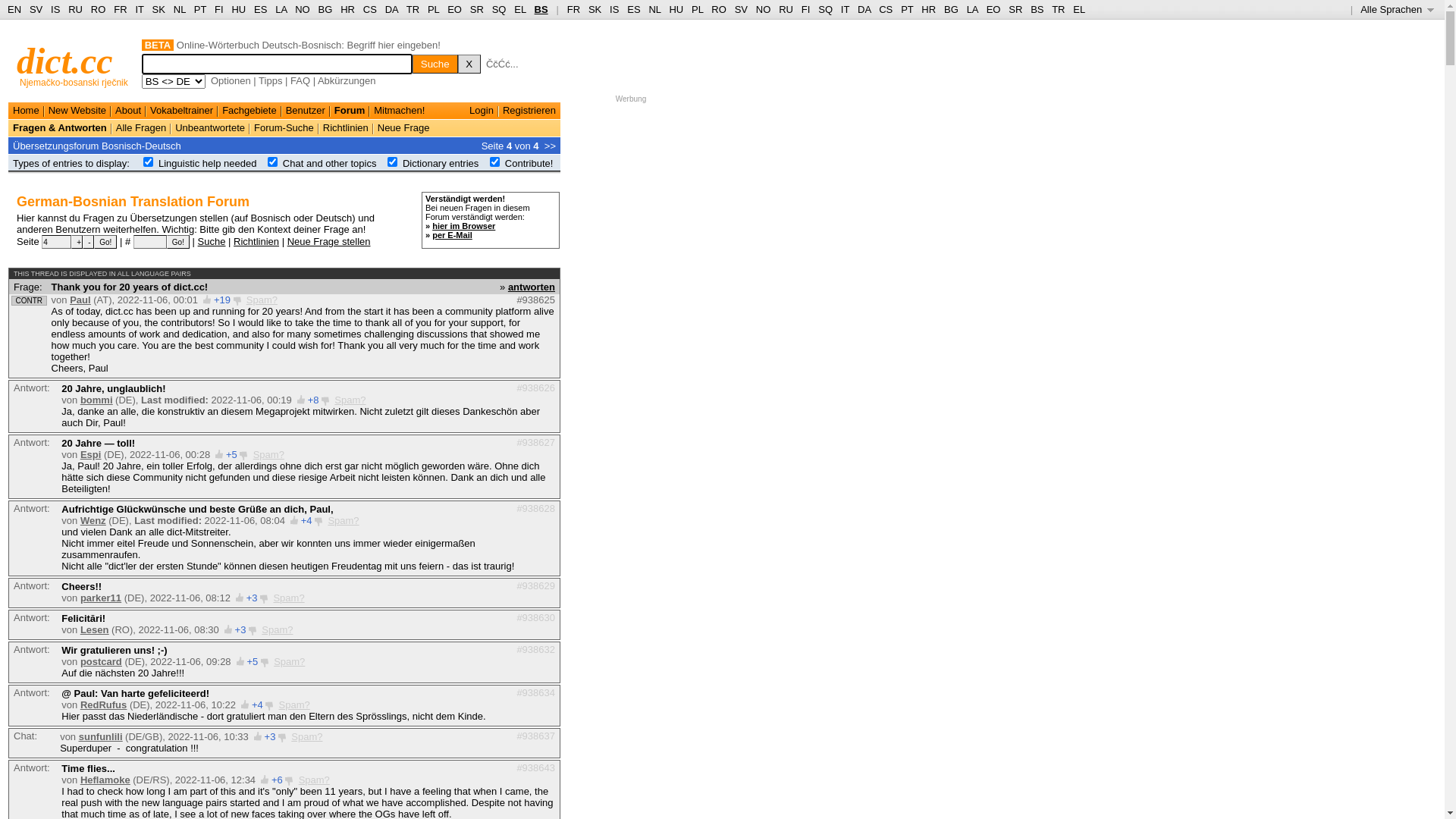 The width and height of the screenshot is (1456, 819). Describe the element at coordinates (513, 9) in the screenshot. I see `'EL'` at that location.